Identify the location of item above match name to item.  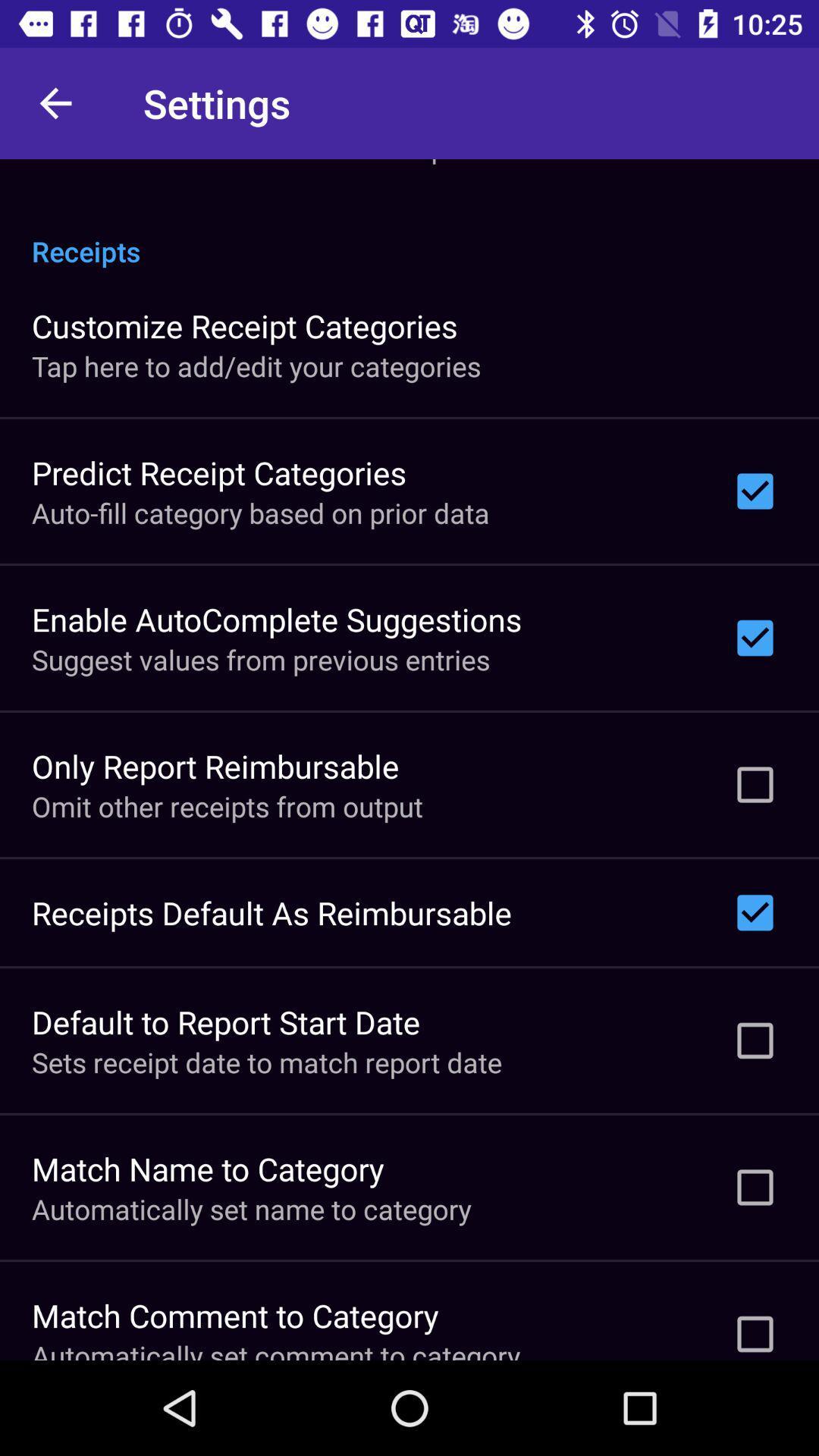
(266, 1062).